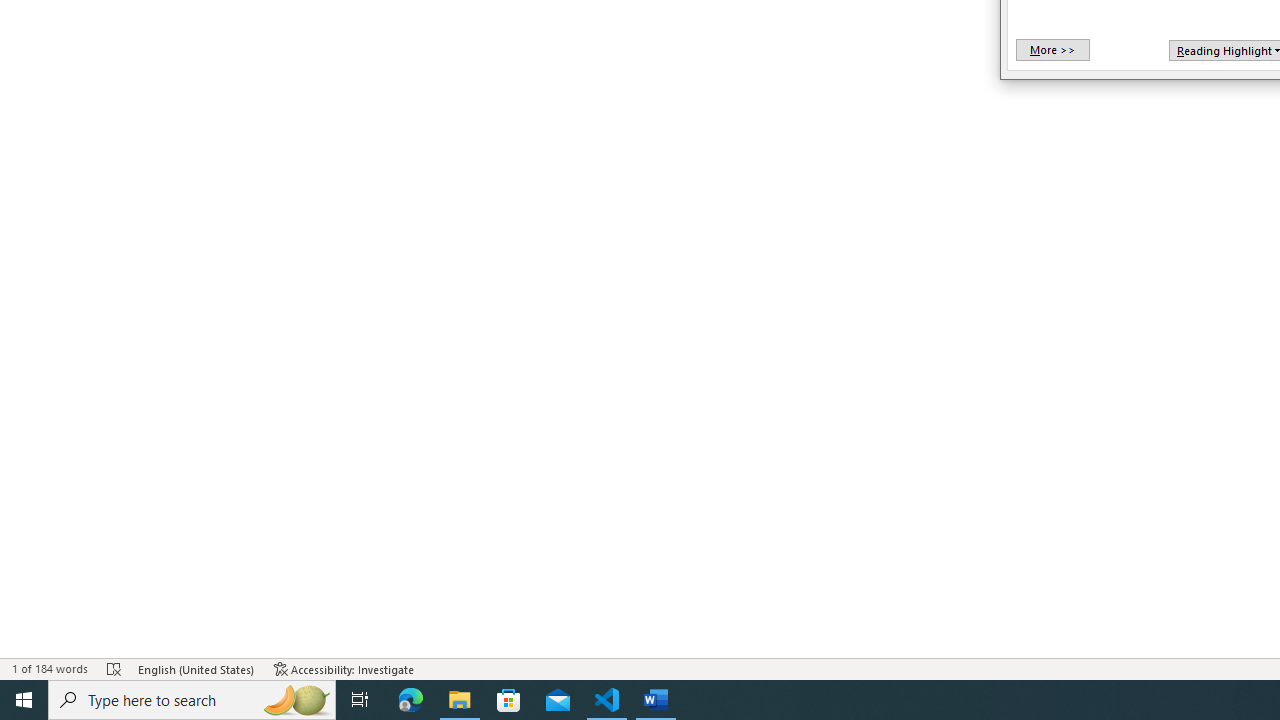 This screenshot has height=720, width=1280. Describe the element at coordinates (1051, 49) in the screenshot. I see `'More >>'` at that location.